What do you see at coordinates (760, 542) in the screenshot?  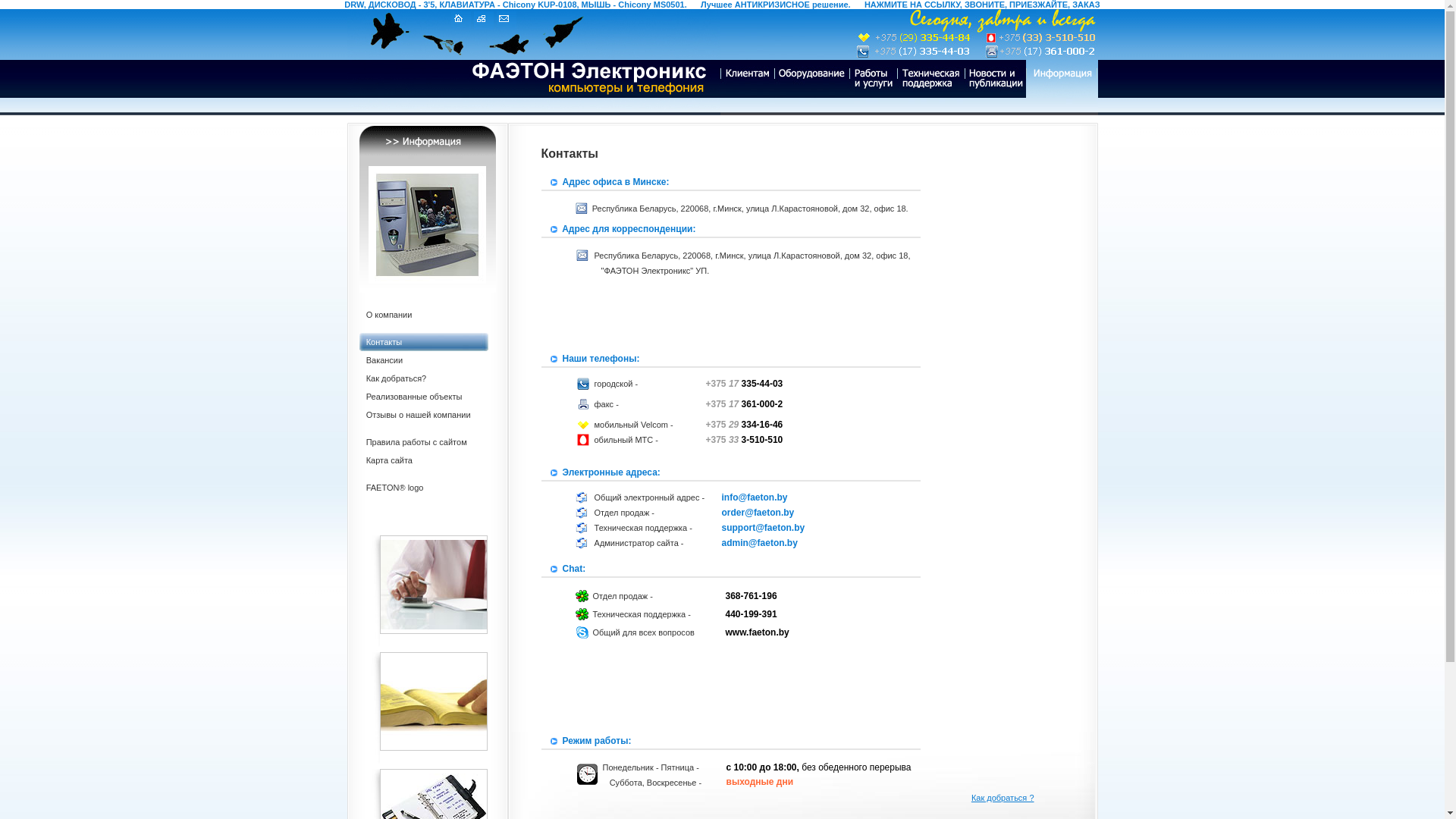 I see `'admin@faeton.by'` at bounding box center [760, 542].